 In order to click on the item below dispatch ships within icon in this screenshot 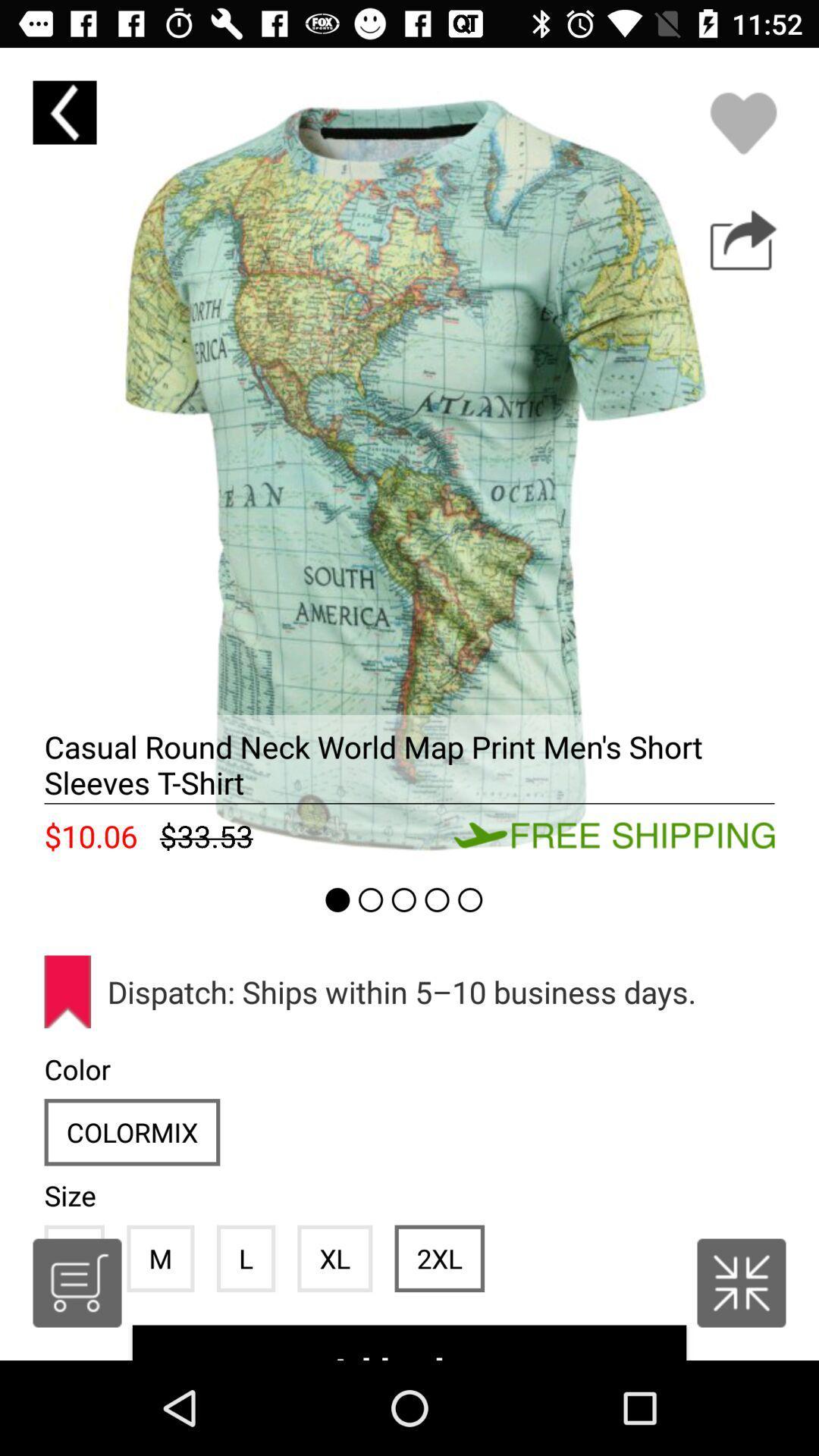, I will do `click(439, 1258)`.